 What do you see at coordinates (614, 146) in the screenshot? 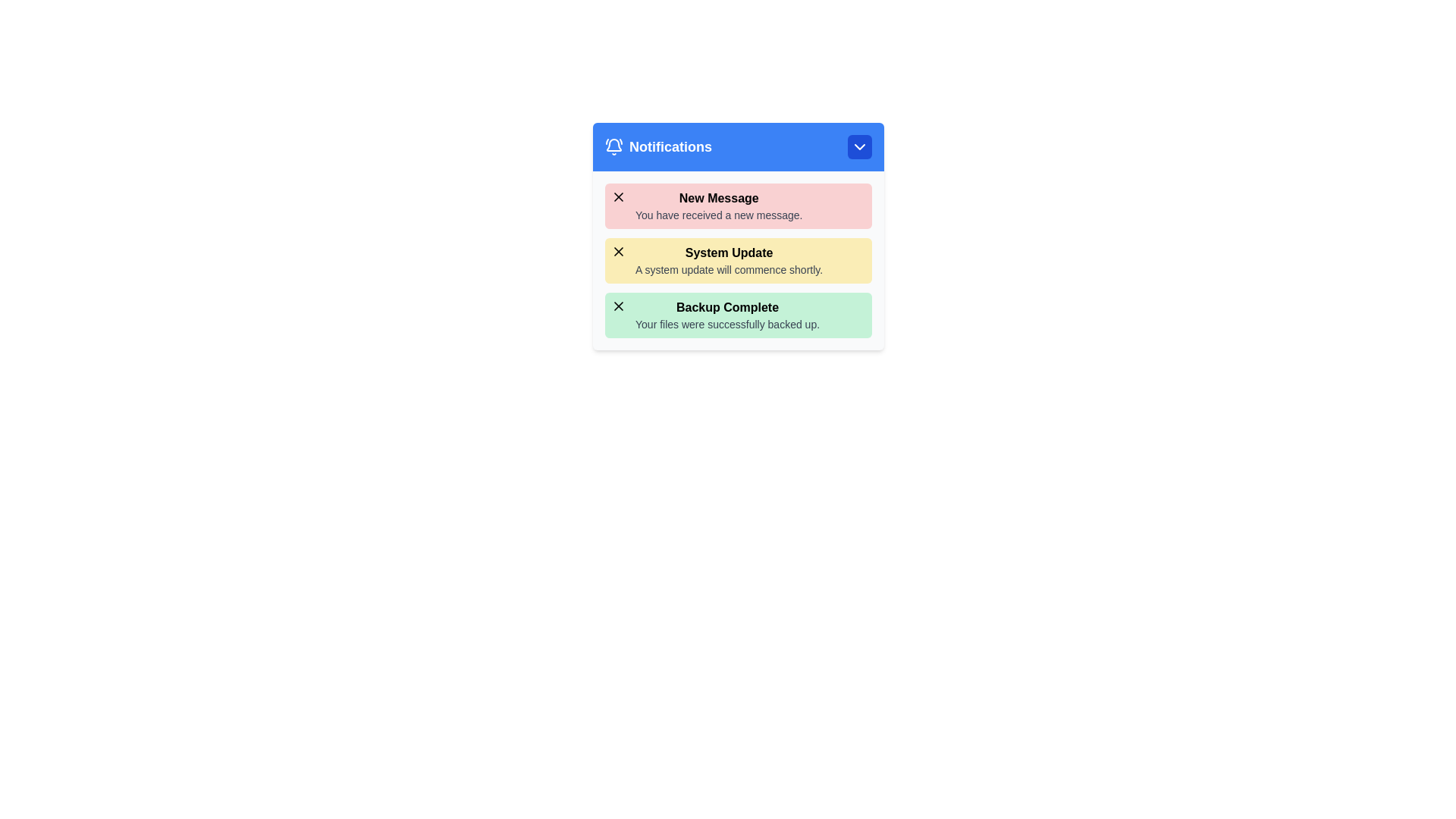
I see `the Notifications bell icon, which is styled with a blue background and white outline, located next to the text 'Notifications'` at bounding box center [614, 146].